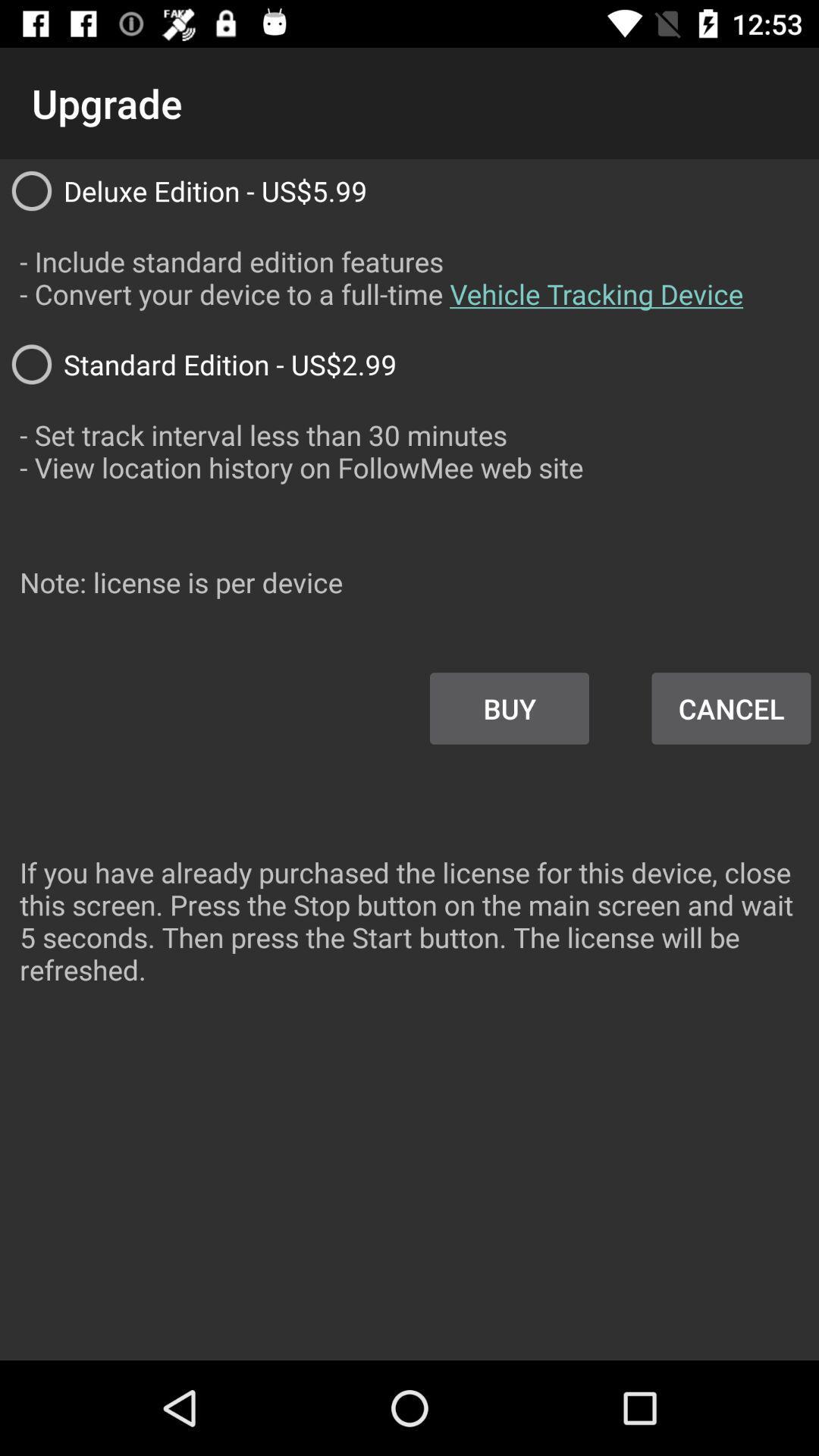 The height and width of the screenshot is (1456, 819). I want to click on buy, so click(510, 708).